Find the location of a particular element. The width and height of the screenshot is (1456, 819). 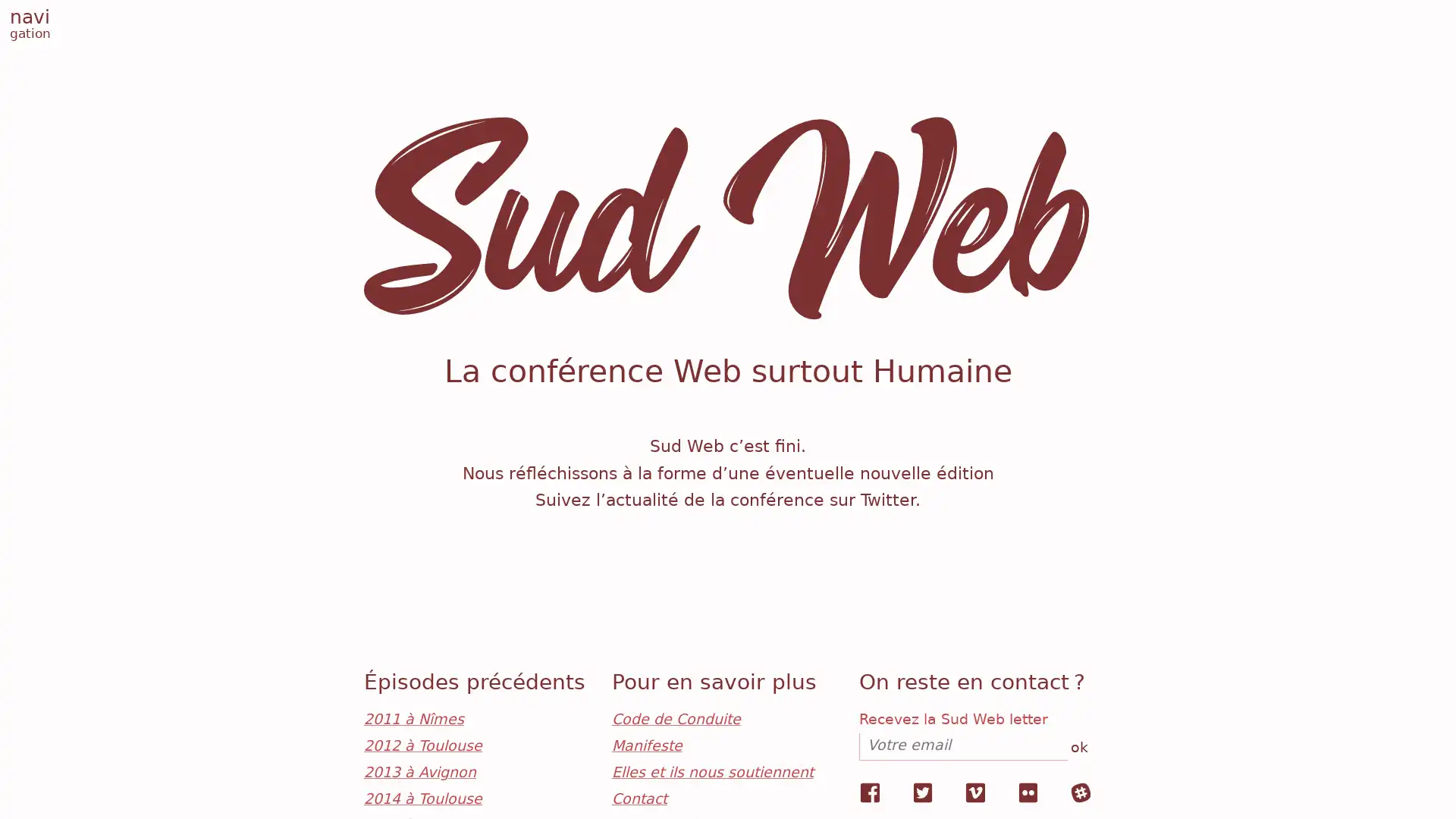

ok is located at coordinates (1077, 748).